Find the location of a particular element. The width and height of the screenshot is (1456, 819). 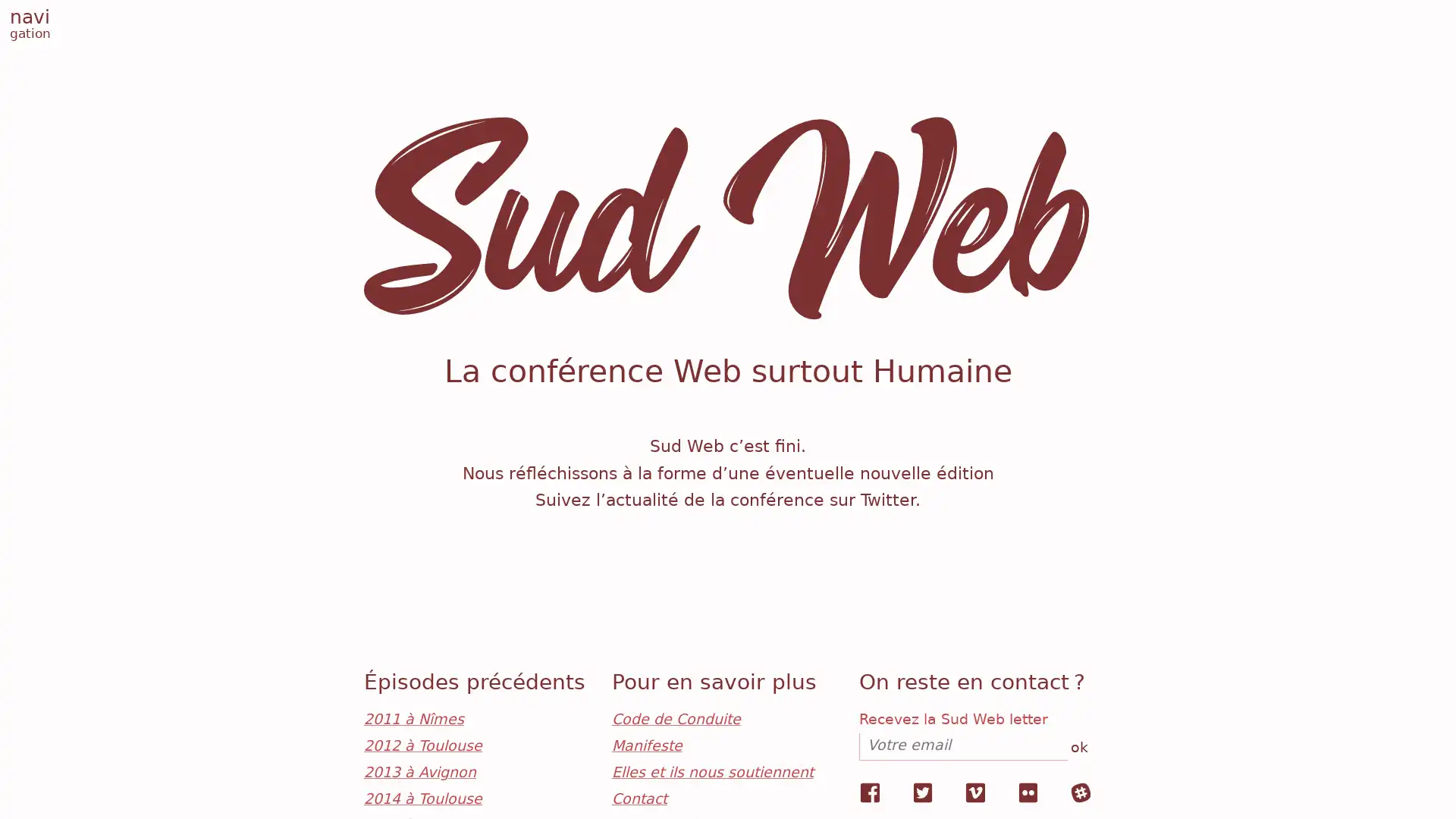

ok is located at coordinates (1077, 748).